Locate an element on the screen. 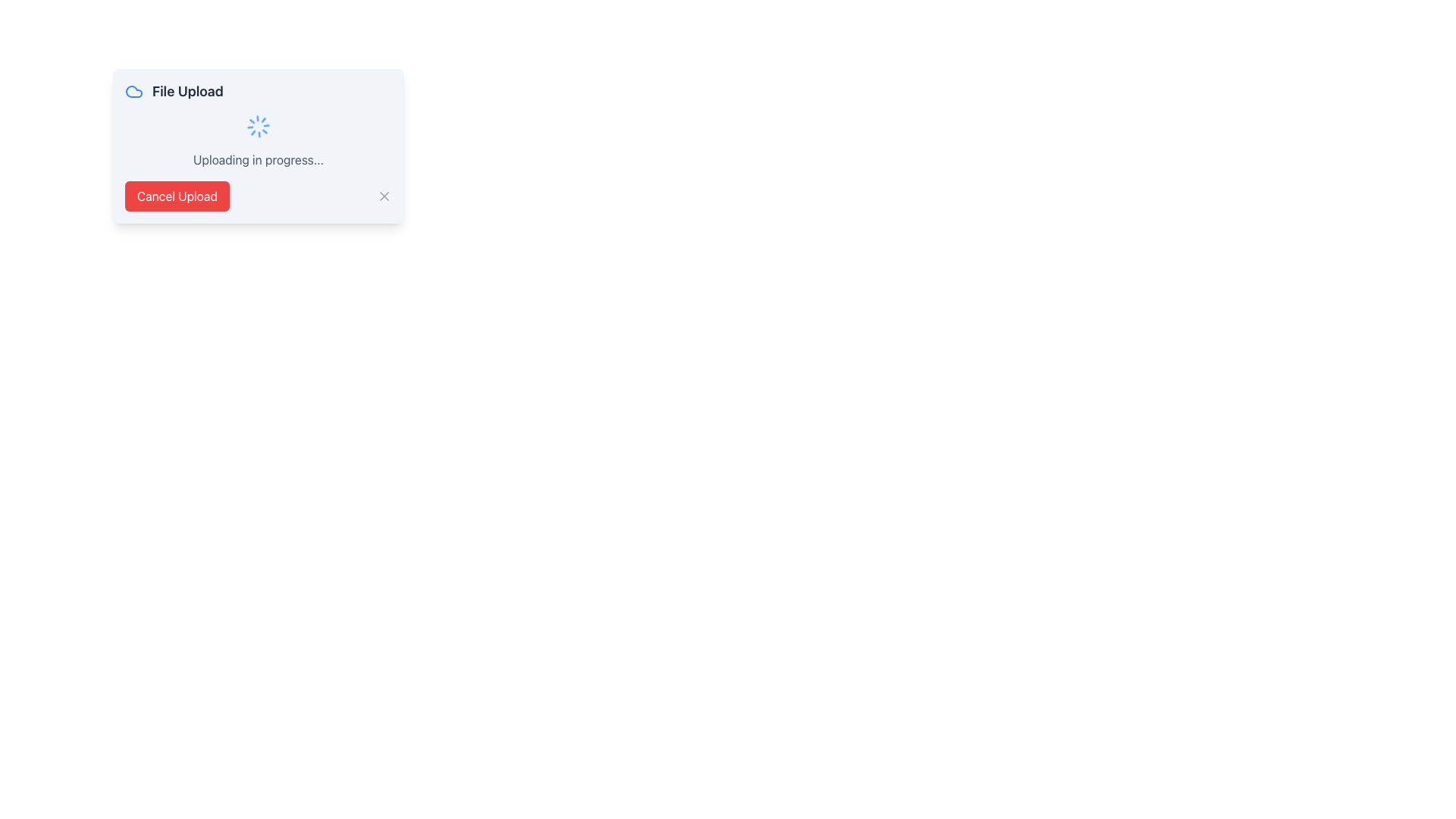 The image size is (1456, 819). the cloud icon located in the upper-left section of the file upload progress modal, next to the 'File Upload' text is located at coordinates (134, 91).